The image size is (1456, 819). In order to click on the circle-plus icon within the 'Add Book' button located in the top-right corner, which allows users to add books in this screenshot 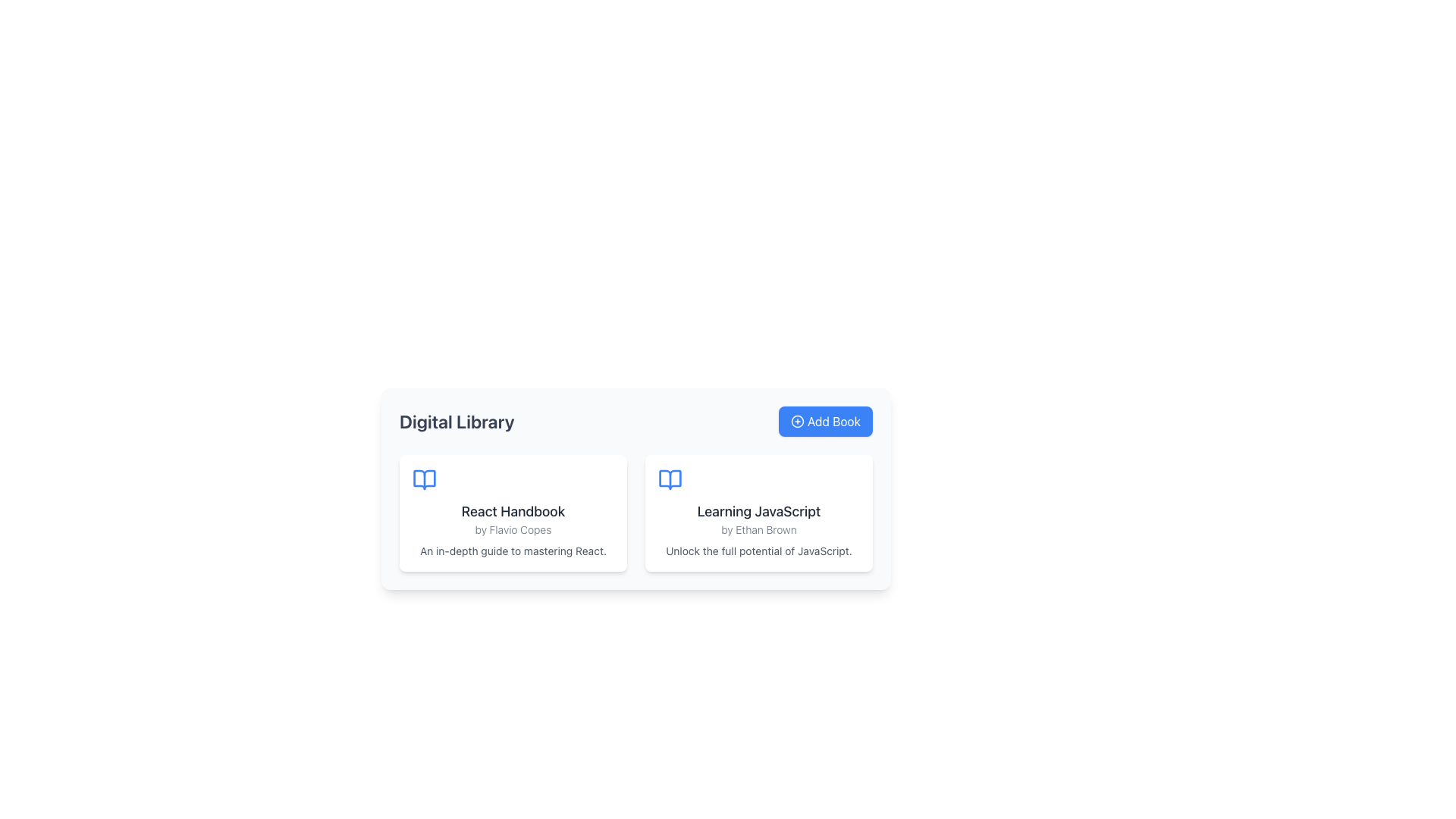, I will do `click(796, 421)`.